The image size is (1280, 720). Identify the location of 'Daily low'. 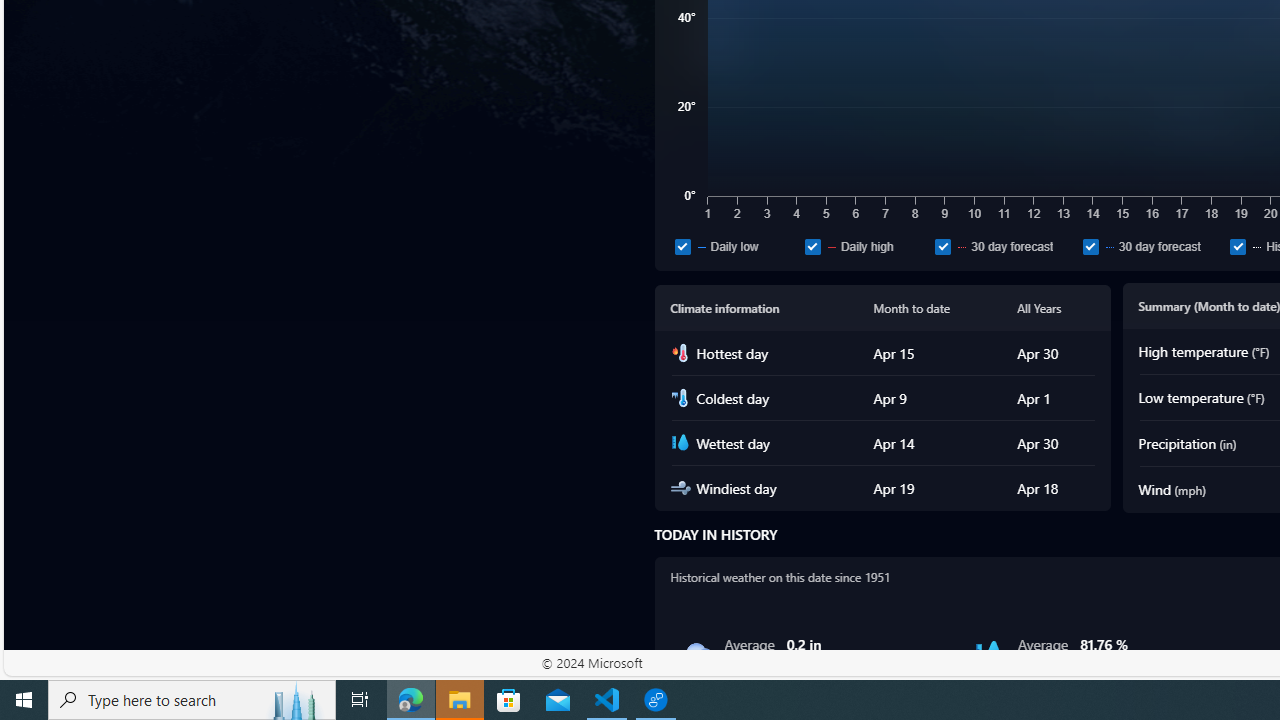
(682, 245).